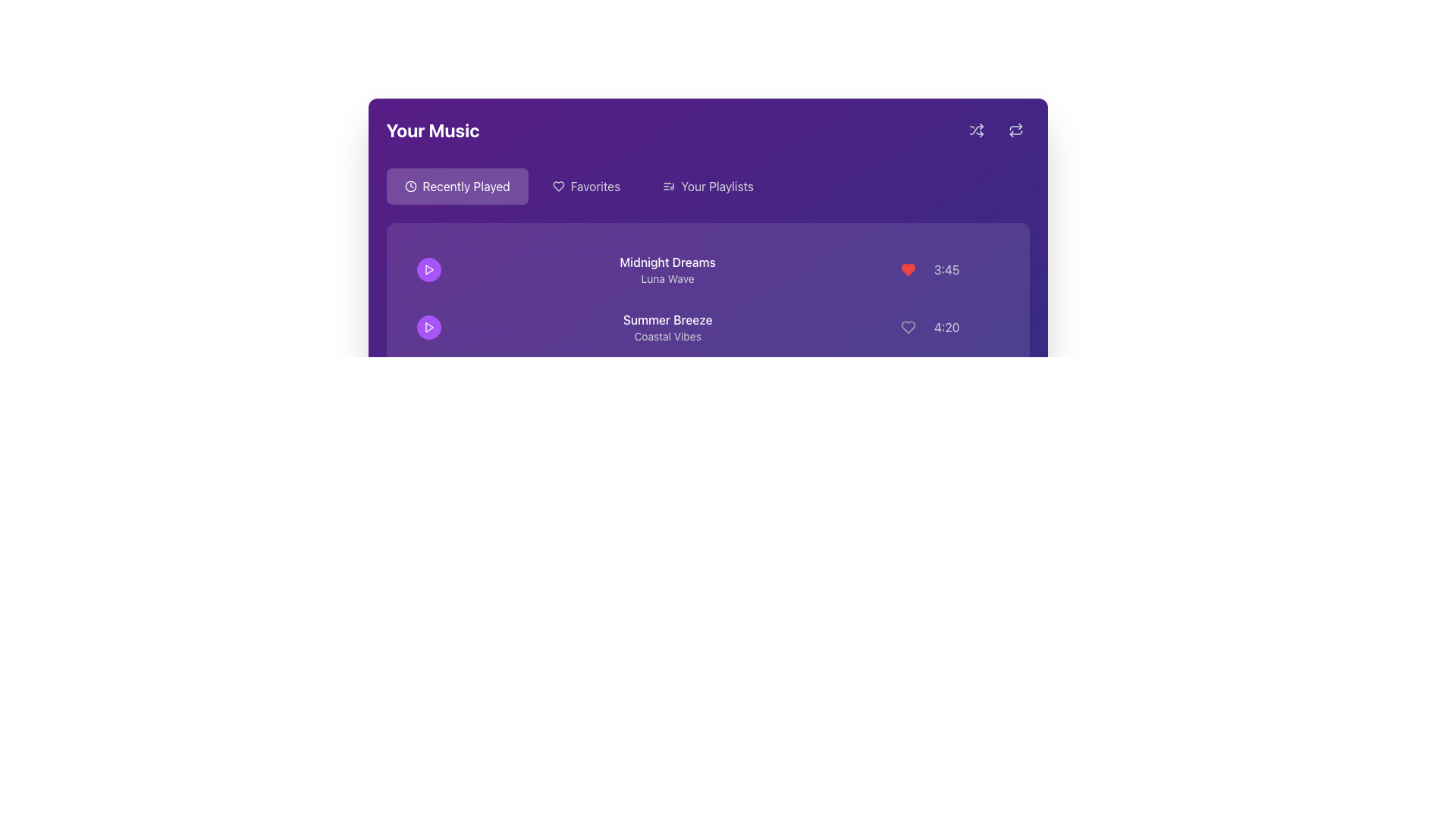 Image resolution: width=1456 pixels, height=819 pixels. I want to click on the 'repeat' action button, which is an icon with two arrows in a circular motion, located in the top right corner of the purple interface, so click(1015, 130).